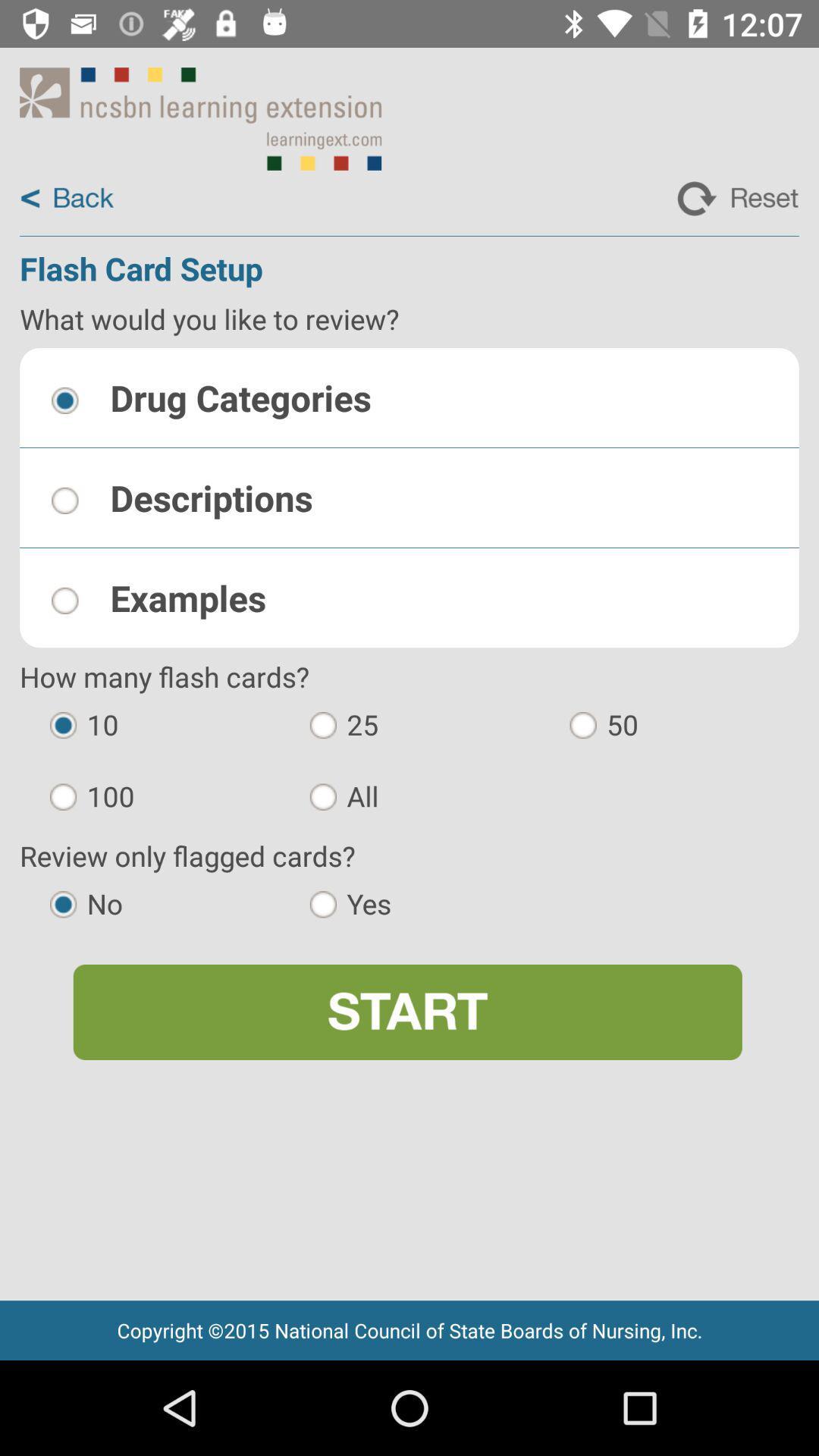  What do you see at coordinates (66, 198) in the screenshot?
I see `the previous` at bounding box center [66, 198].